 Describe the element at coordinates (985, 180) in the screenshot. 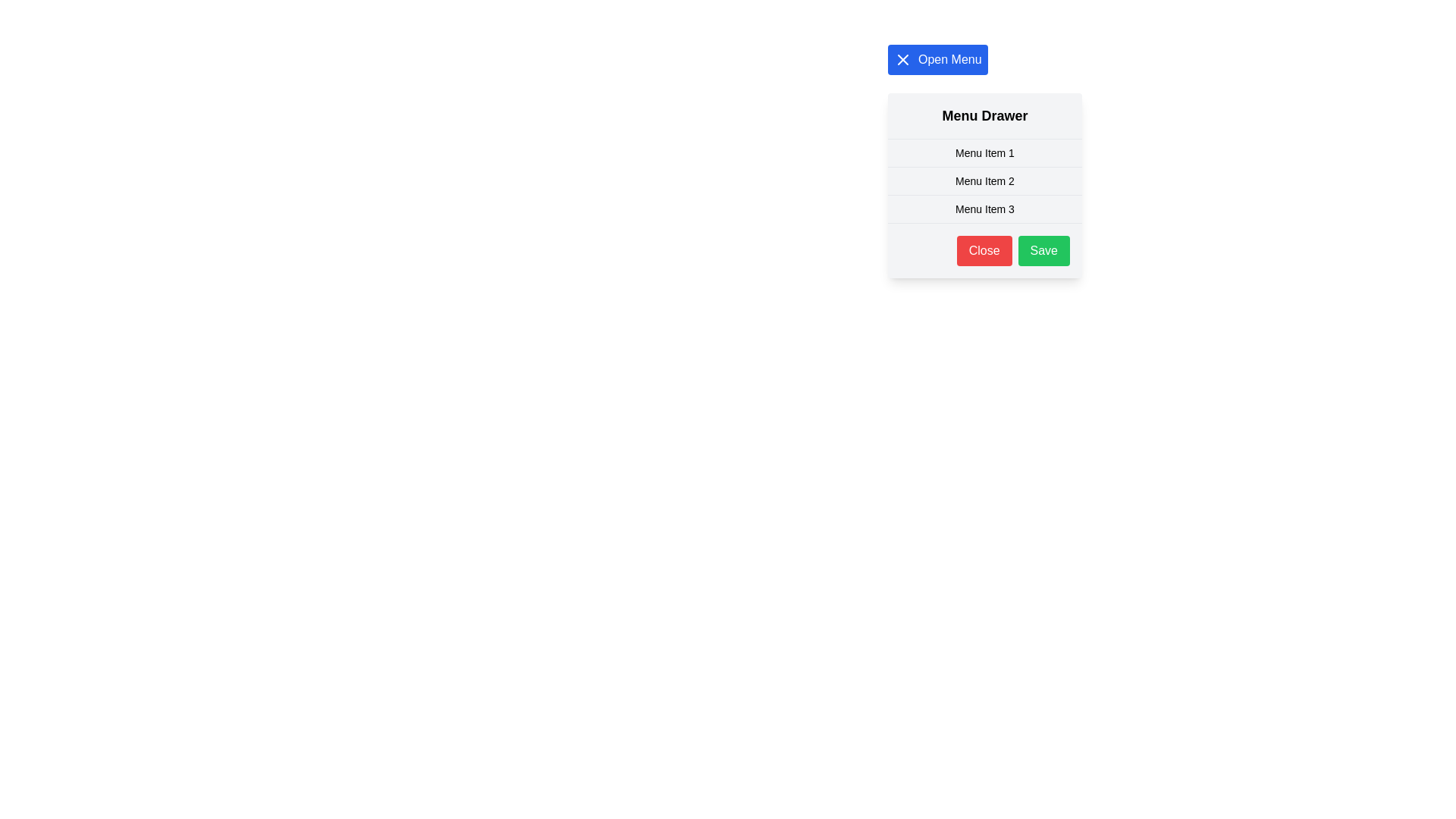

I see `the text label 'Menu Item 2' located in the 'Menu Drawer', which is styled with padding and a bottom border, positioned centrally between 'Menu Item 1' and 'Menu Item 3'` at that location.